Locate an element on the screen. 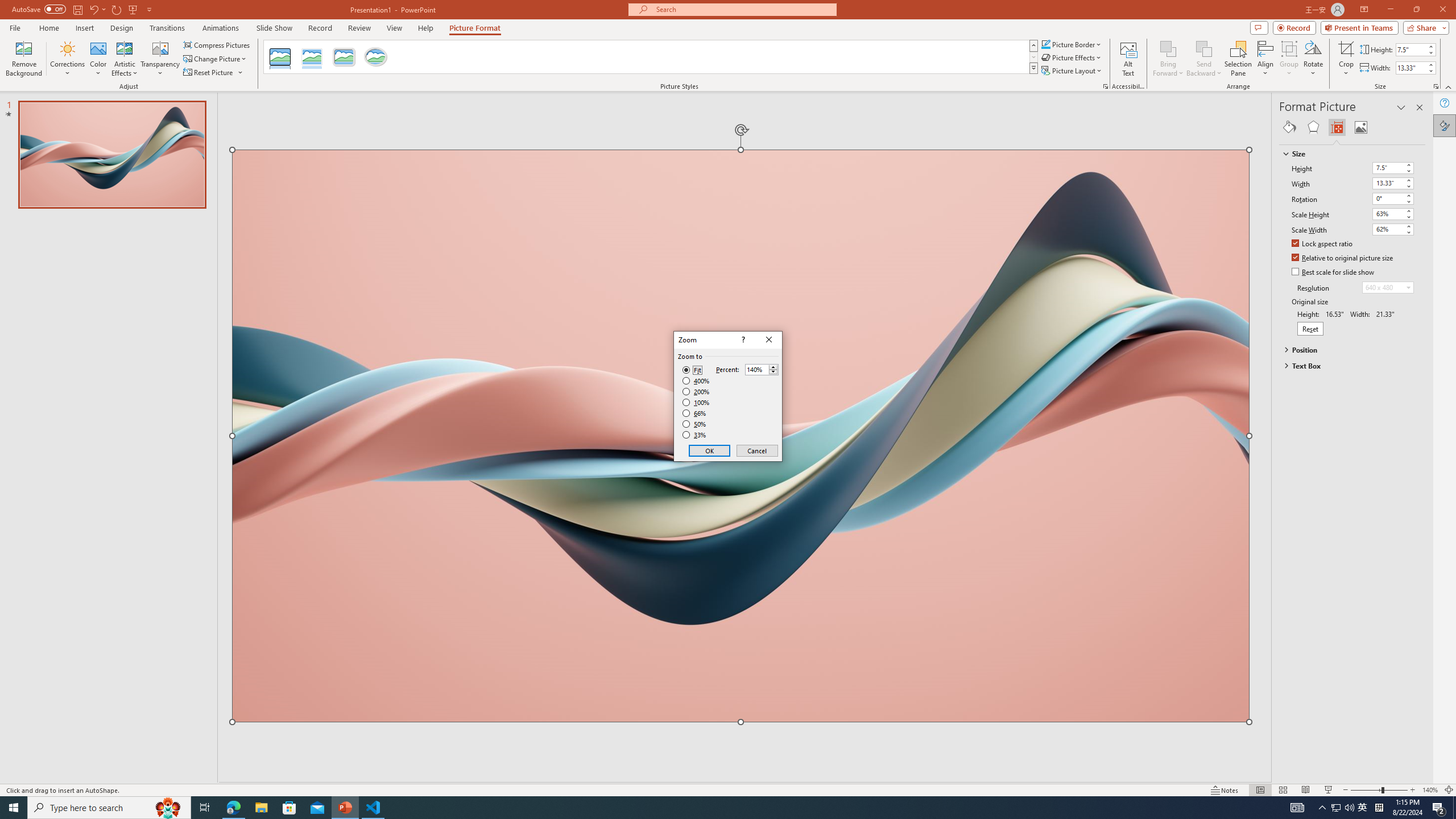  'Fit' is located at coordinates (692, 370).